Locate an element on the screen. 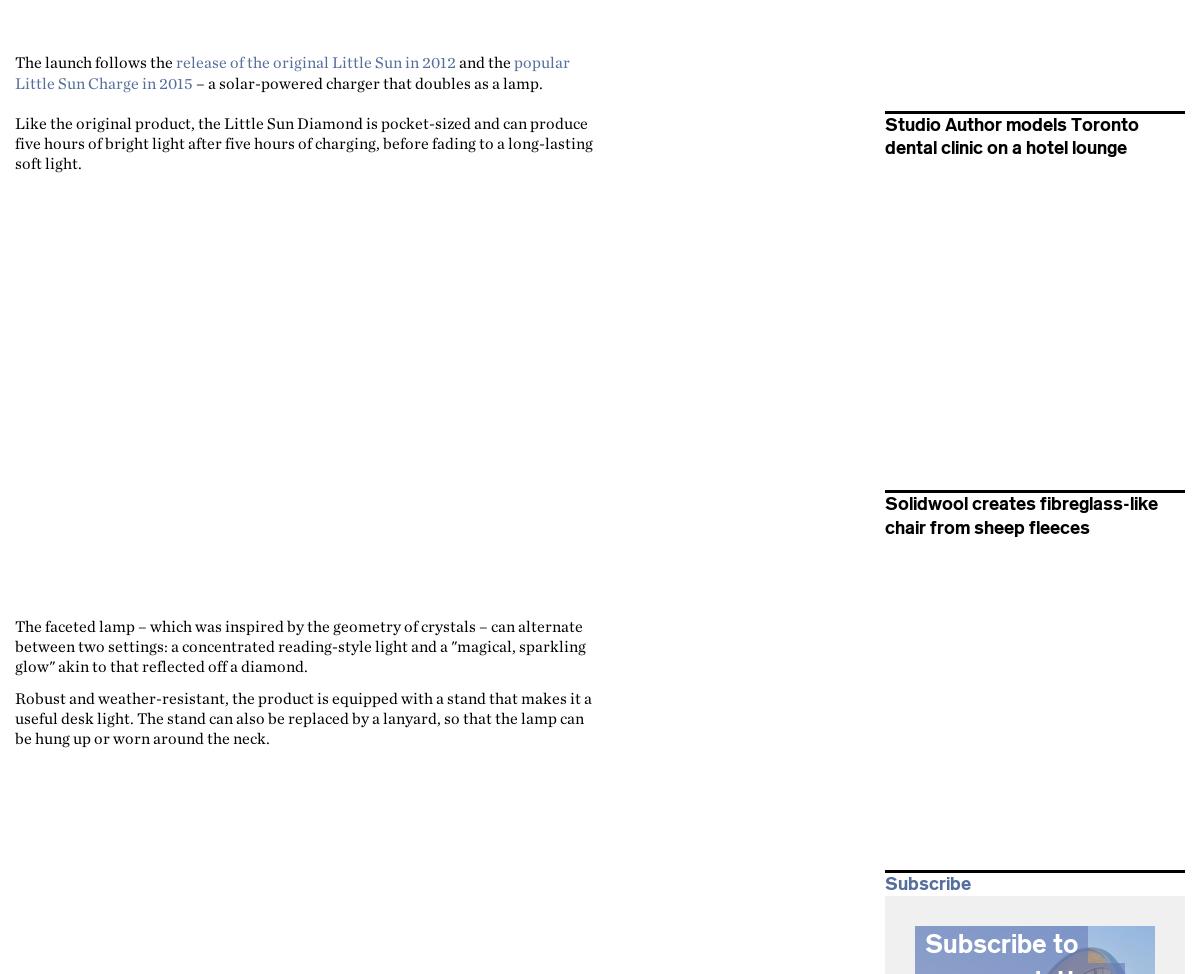 The width and height of the screenshot is (1200, 974). 'Robust and weather-resistant, the product is equipped with a stand that makes it a useful desk light. The stand can also be replaced by a lanyard, so that the lamp can be hung up or worn around the neck.' is located at coordinates (303, 717).